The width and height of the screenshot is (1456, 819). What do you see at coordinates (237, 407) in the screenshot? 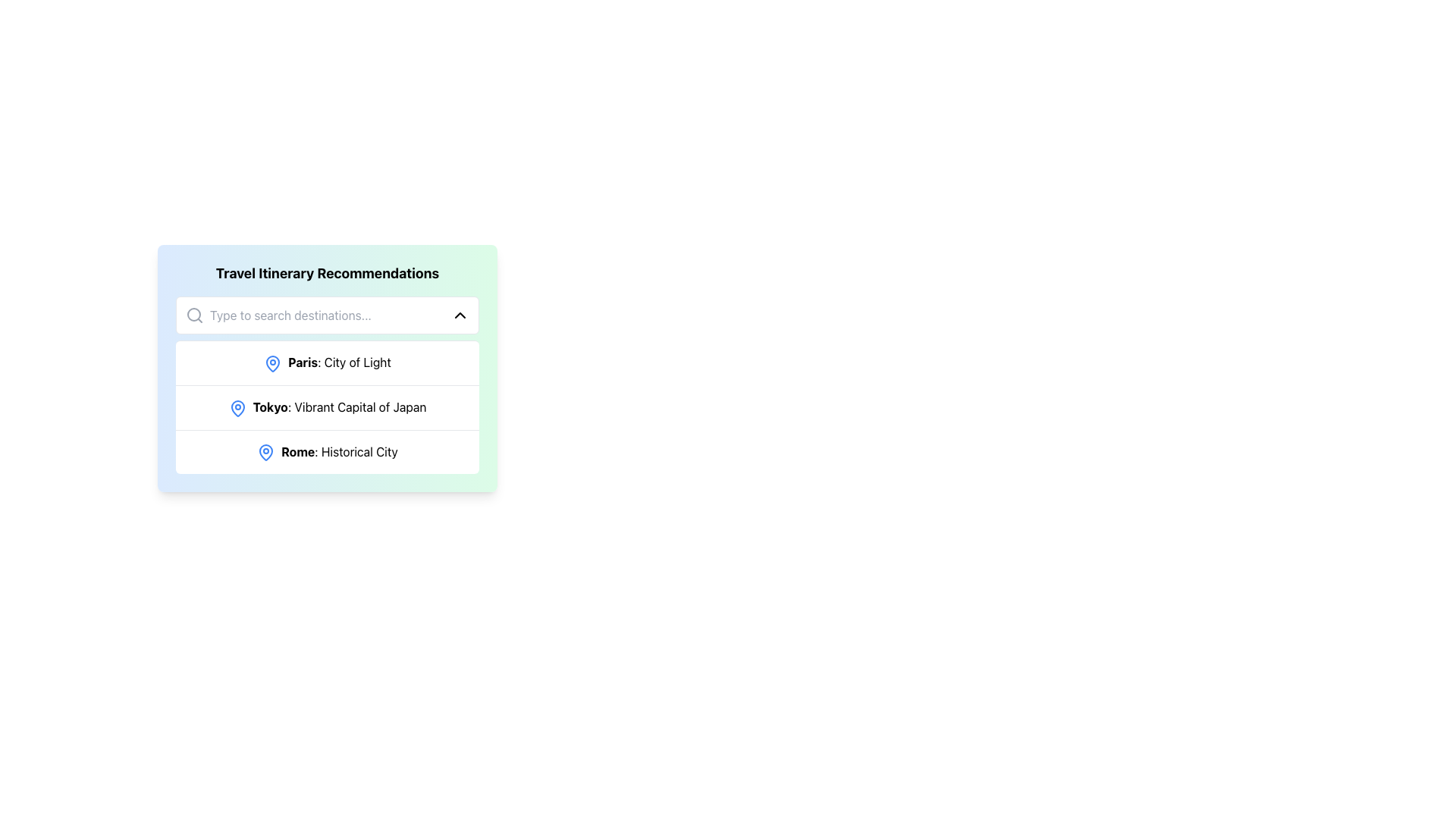
I see `the small blue geographical pin icon located next to the text 'Tokyo: Vibrant Capital of Japan' in the Travel Itinerary Recommendations list` at bounding box center [237, 407].